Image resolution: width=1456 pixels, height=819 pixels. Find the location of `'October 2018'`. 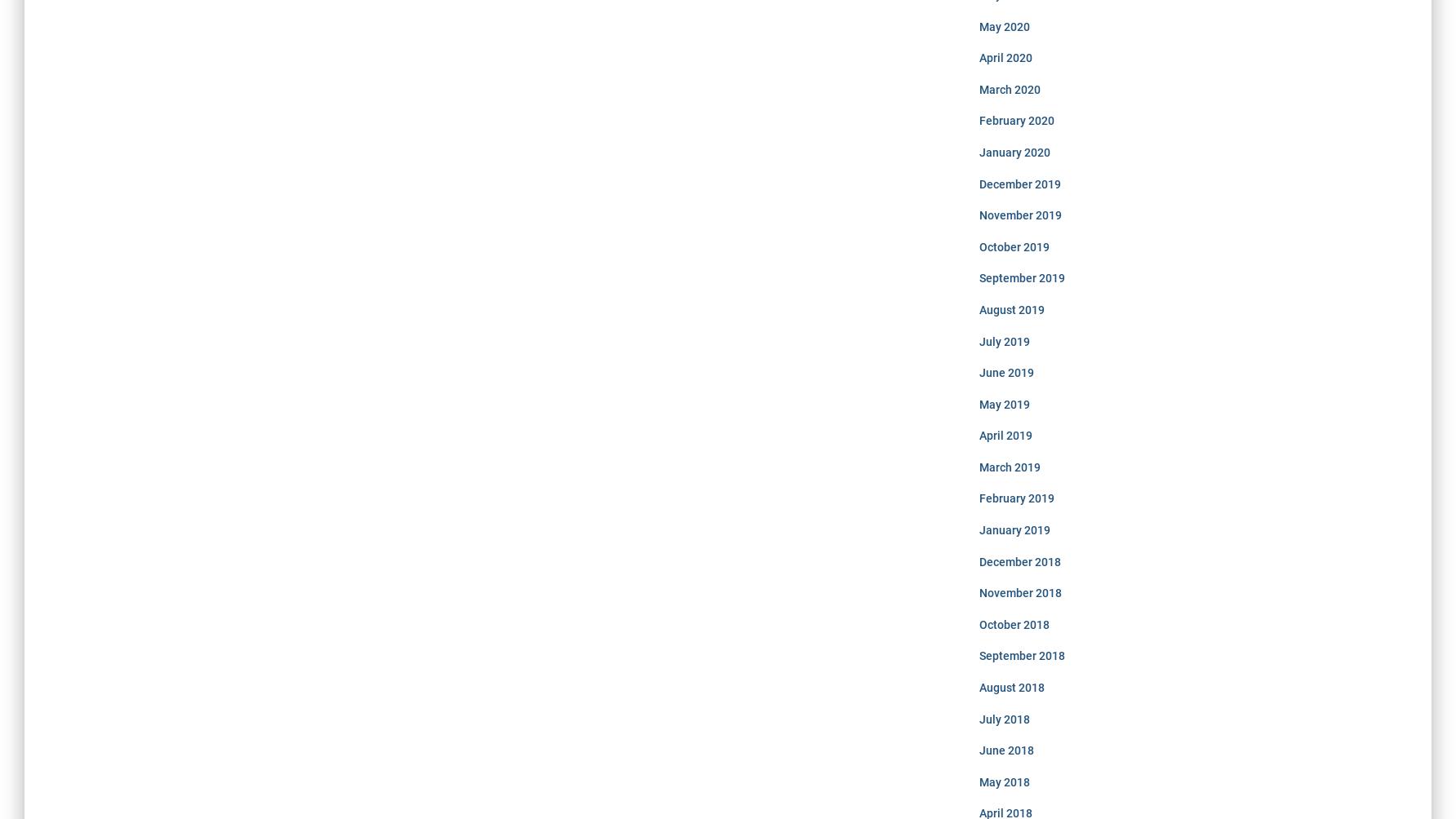

'October 2018' is located at coordinates (1013, 624).